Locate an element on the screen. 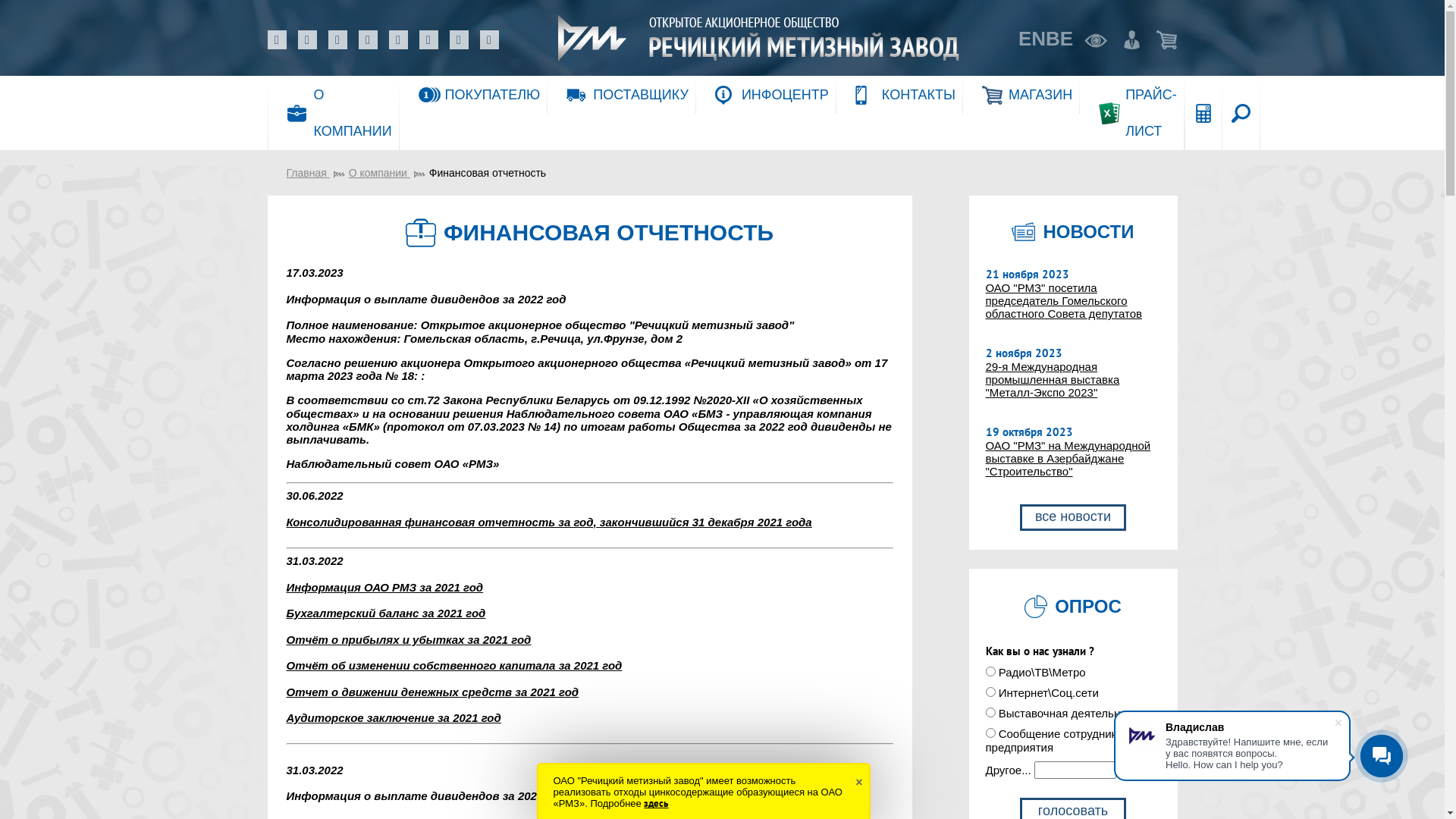  'Facebook' is located at coordinates (306, 39).